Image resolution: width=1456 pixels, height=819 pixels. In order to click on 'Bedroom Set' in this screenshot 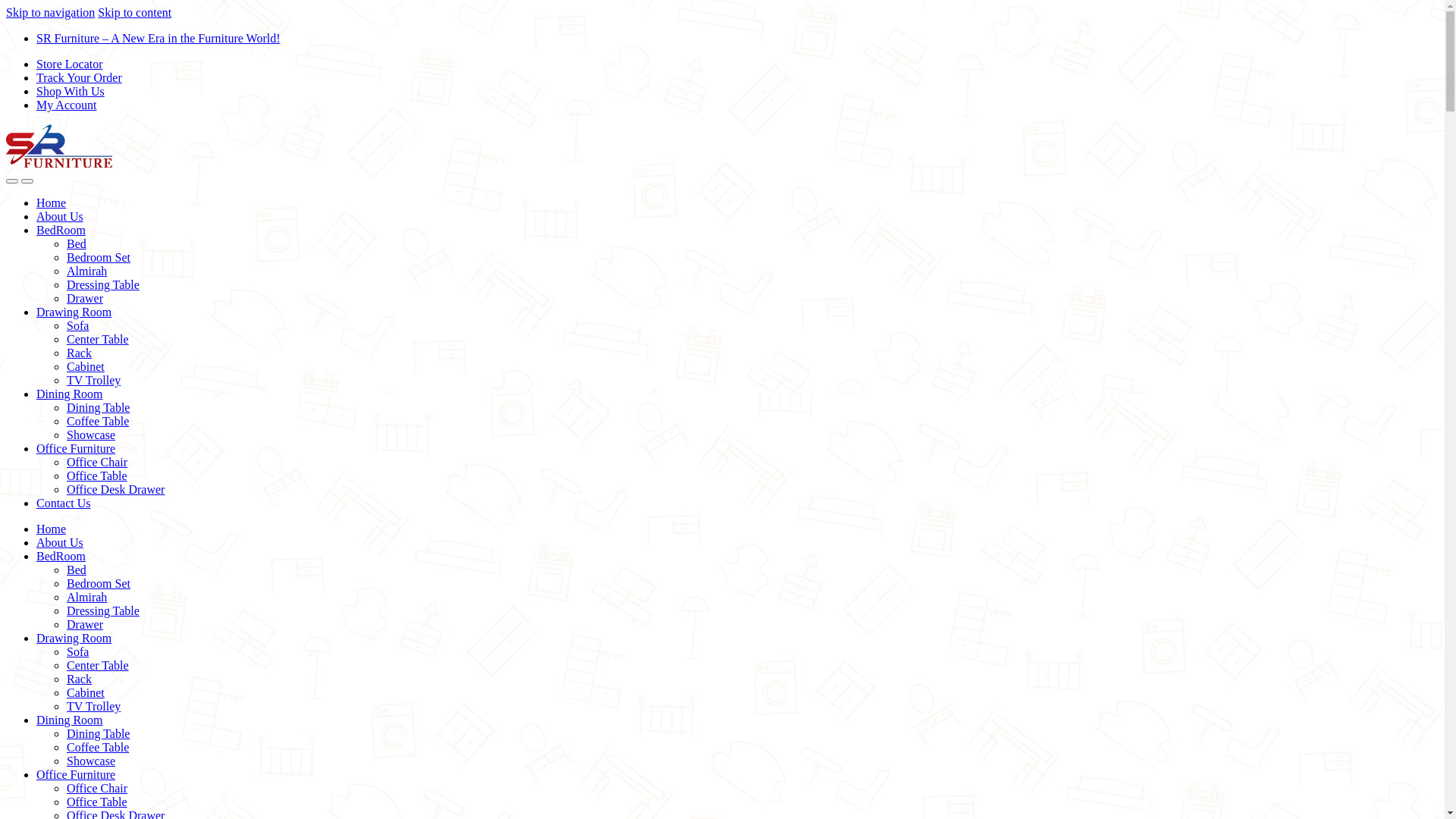, I will do `click(97, 256)`.